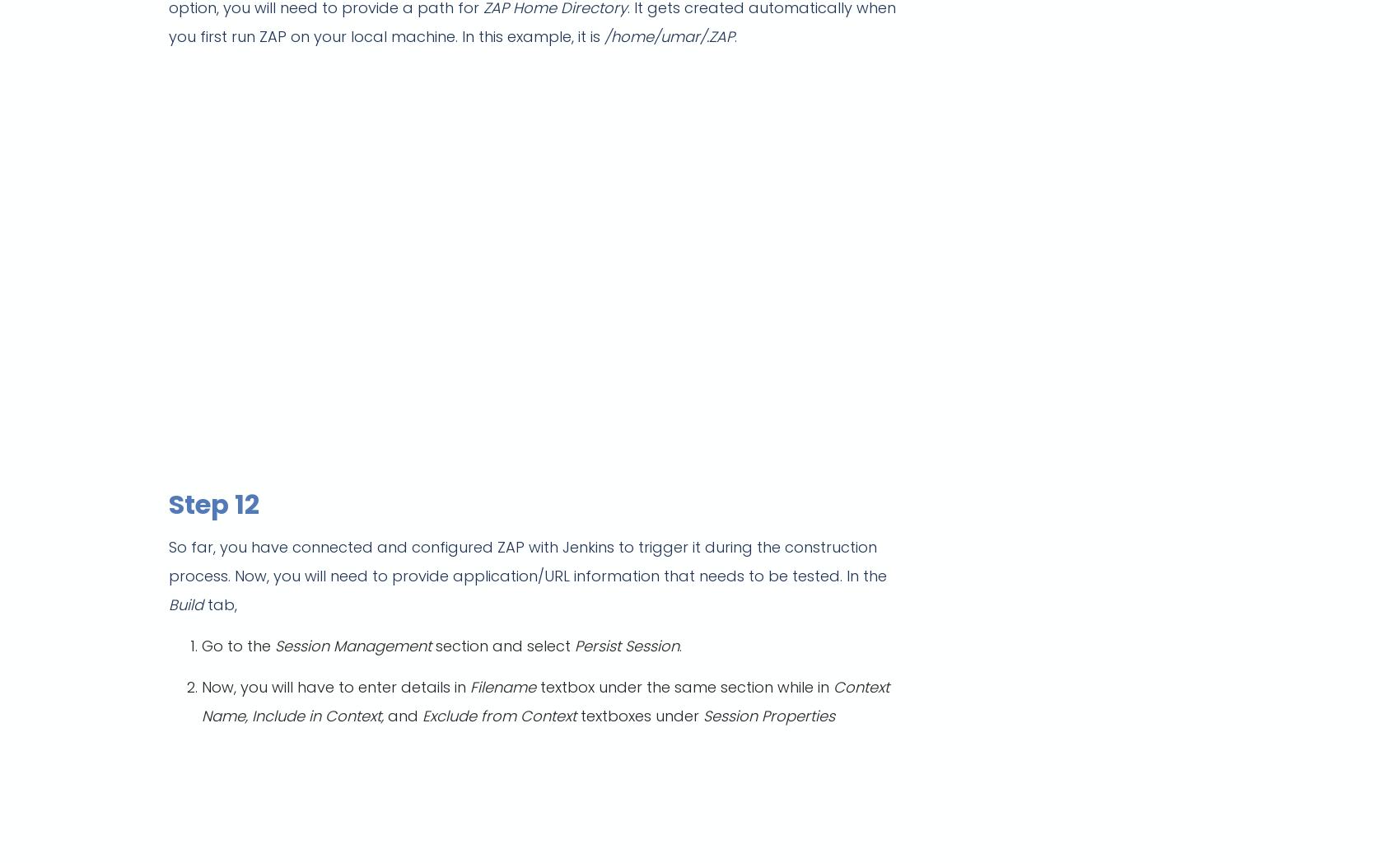 Image resolution: width=1400 pixels, height=863 pixels. Describe the element at coordinates (422, 716) in the screenshot. I see `'Exclude from Context'` at that location.